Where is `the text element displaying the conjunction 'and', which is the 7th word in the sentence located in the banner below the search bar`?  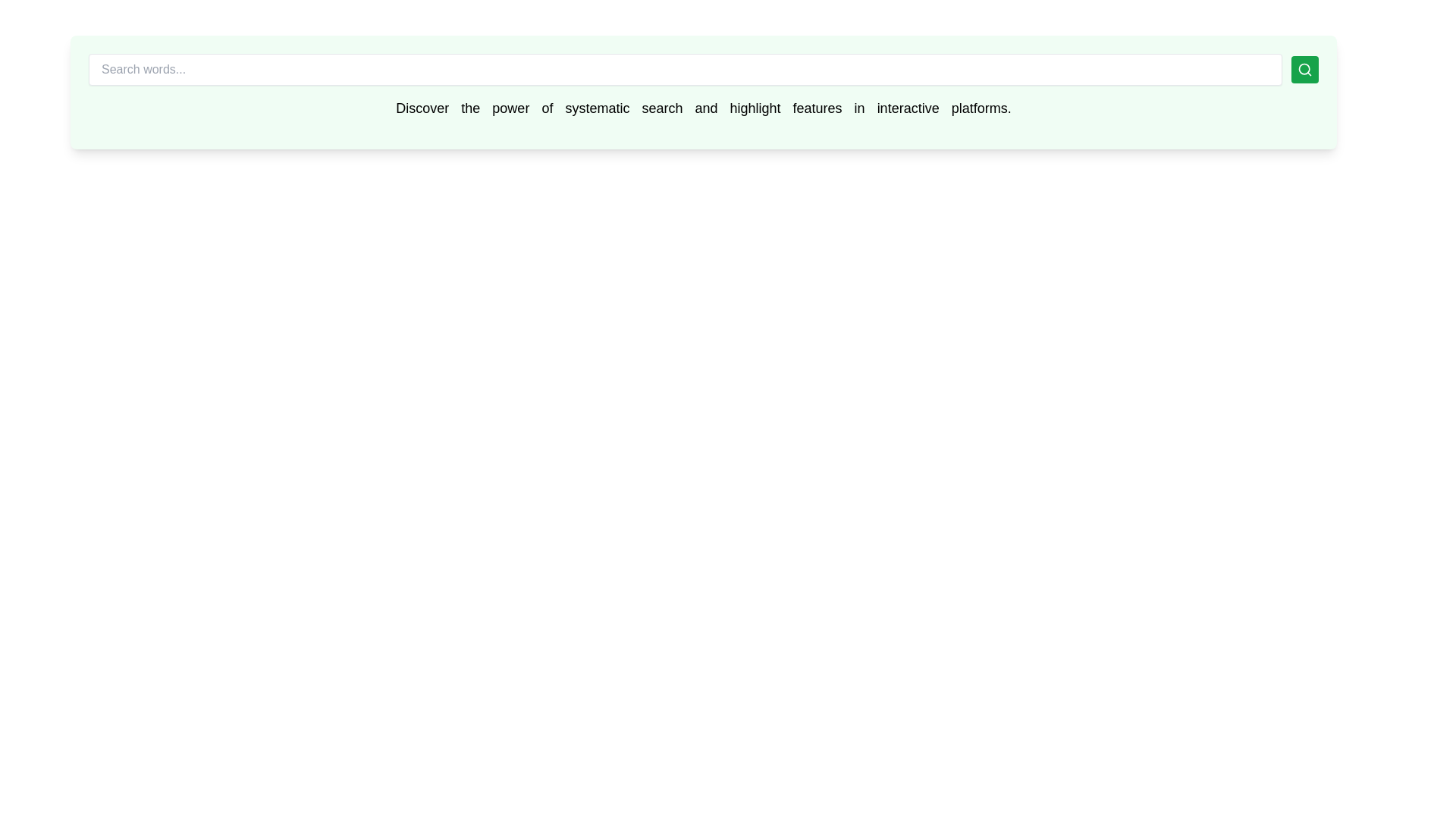 the text element displaying the conjunction 'and', which is the 7th word in the sentence located in the banner below the search bar is located at coordinates (705, 107).